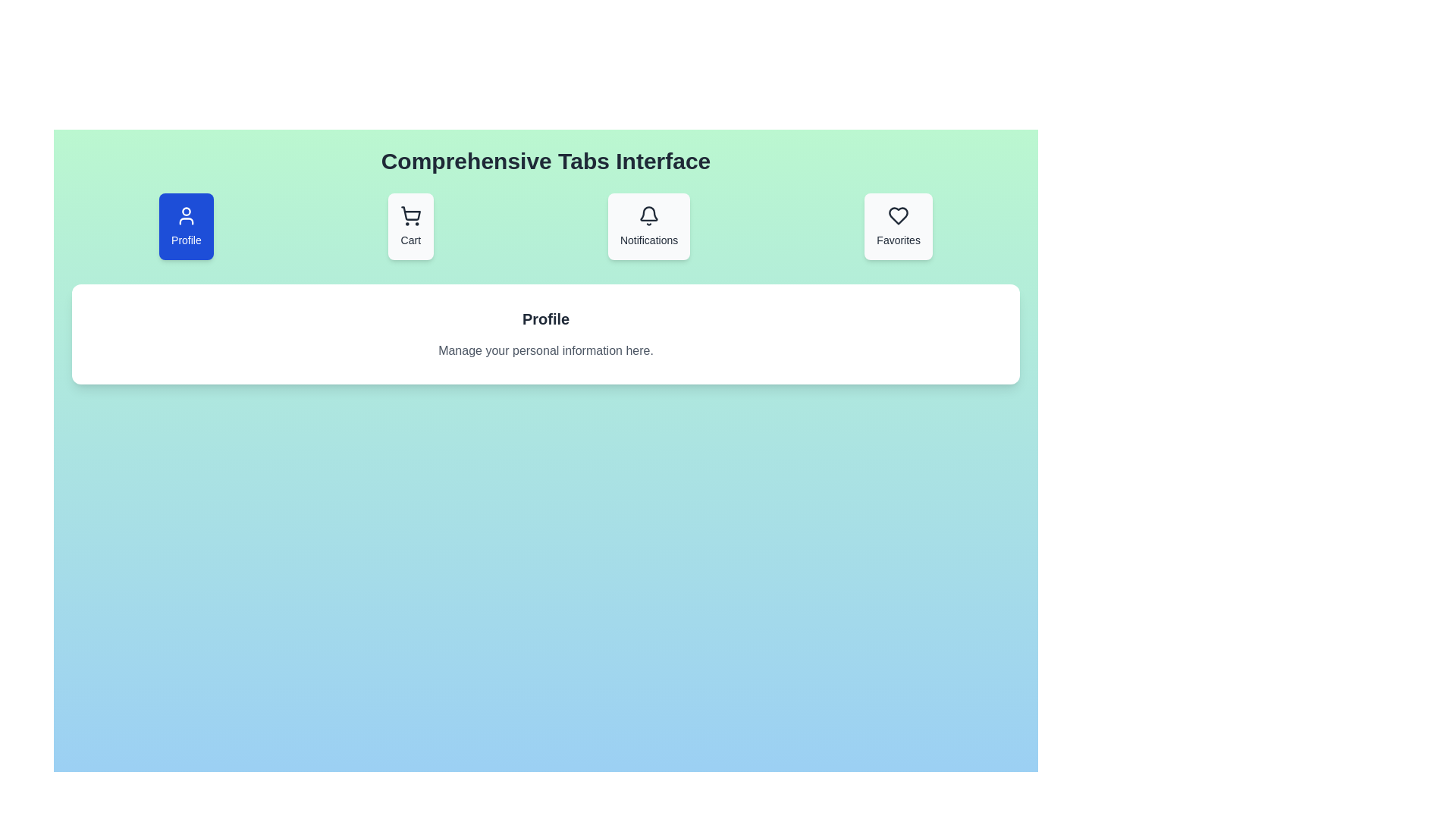 The image size is (1456, 819). What do you see at coordinates (410, 227) in the screenshot?
I see `the shopping cart button, which is the second button in a horizontal layout` at bounding box center [410, 227].